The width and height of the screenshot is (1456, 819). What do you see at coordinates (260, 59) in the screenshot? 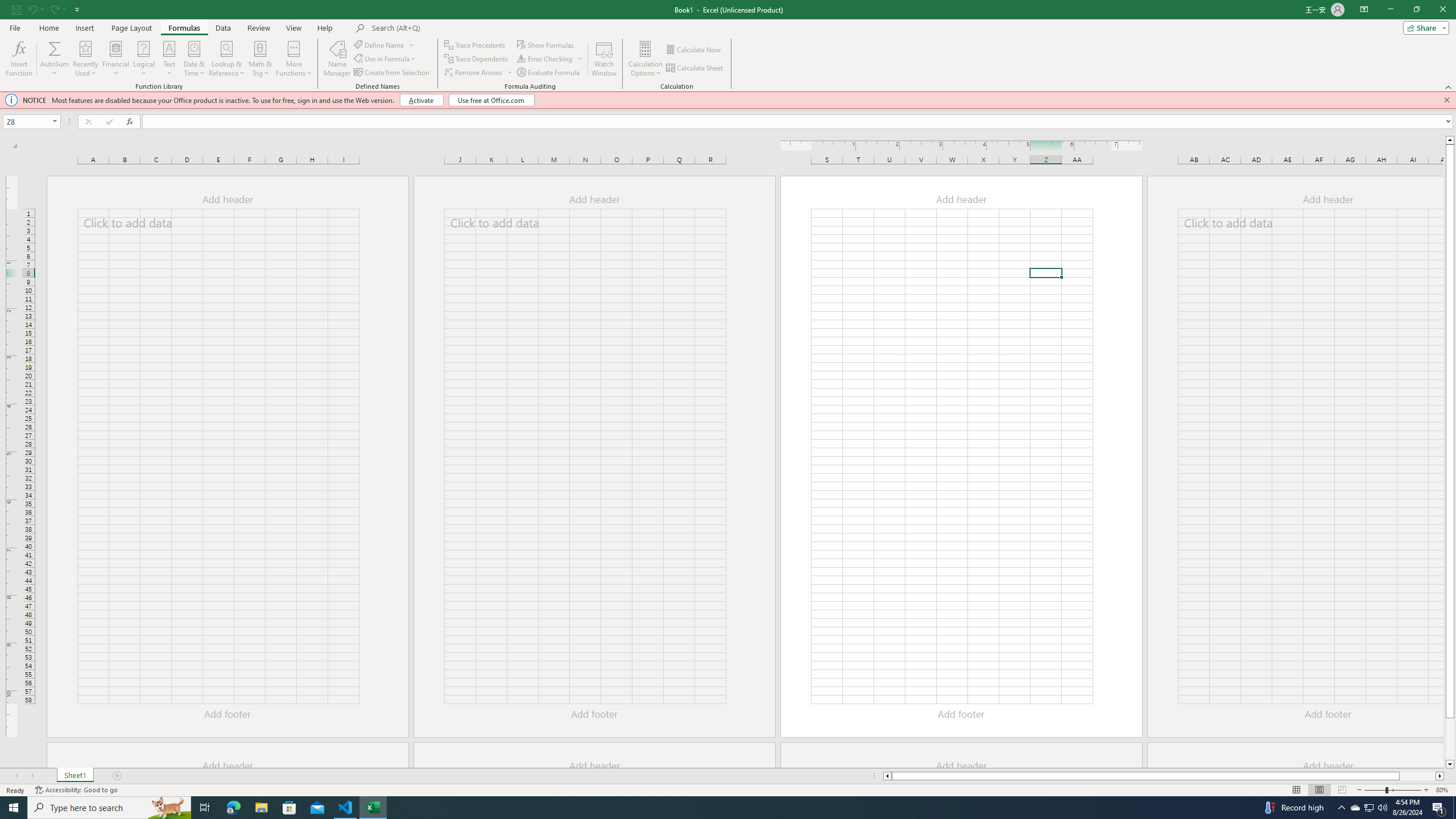
I see `'Math & Trig'` at bounding box center [260, 59].